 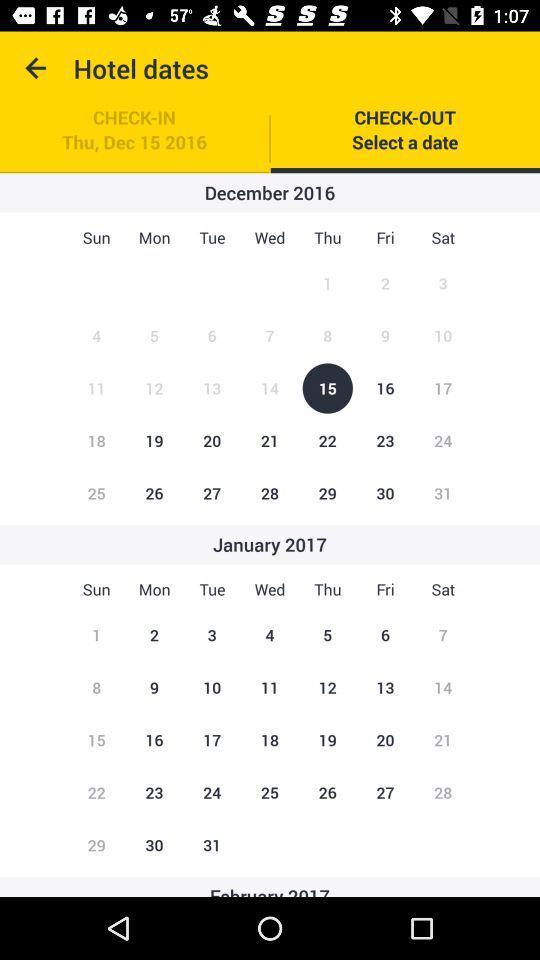 What do you see at coordinates (95, 387) in the screenshot?
I see `the date 11 december 2016` at bounding box center [95, 387].